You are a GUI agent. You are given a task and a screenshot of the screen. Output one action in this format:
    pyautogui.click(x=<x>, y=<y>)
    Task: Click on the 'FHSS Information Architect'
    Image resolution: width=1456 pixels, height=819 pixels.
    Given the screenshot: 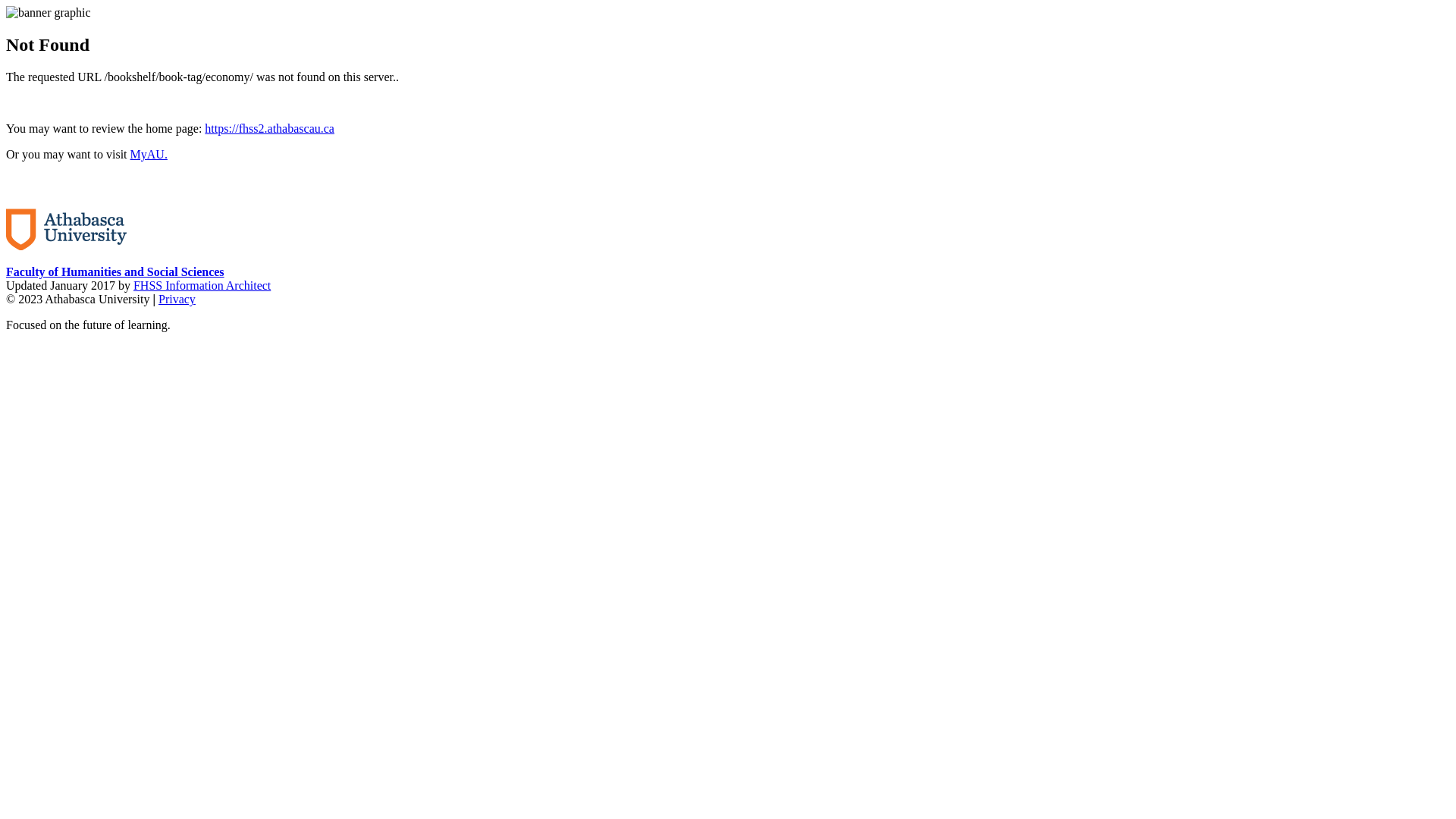 What is the action you would take?
    pyautogui.click(x=201, y=285)
    